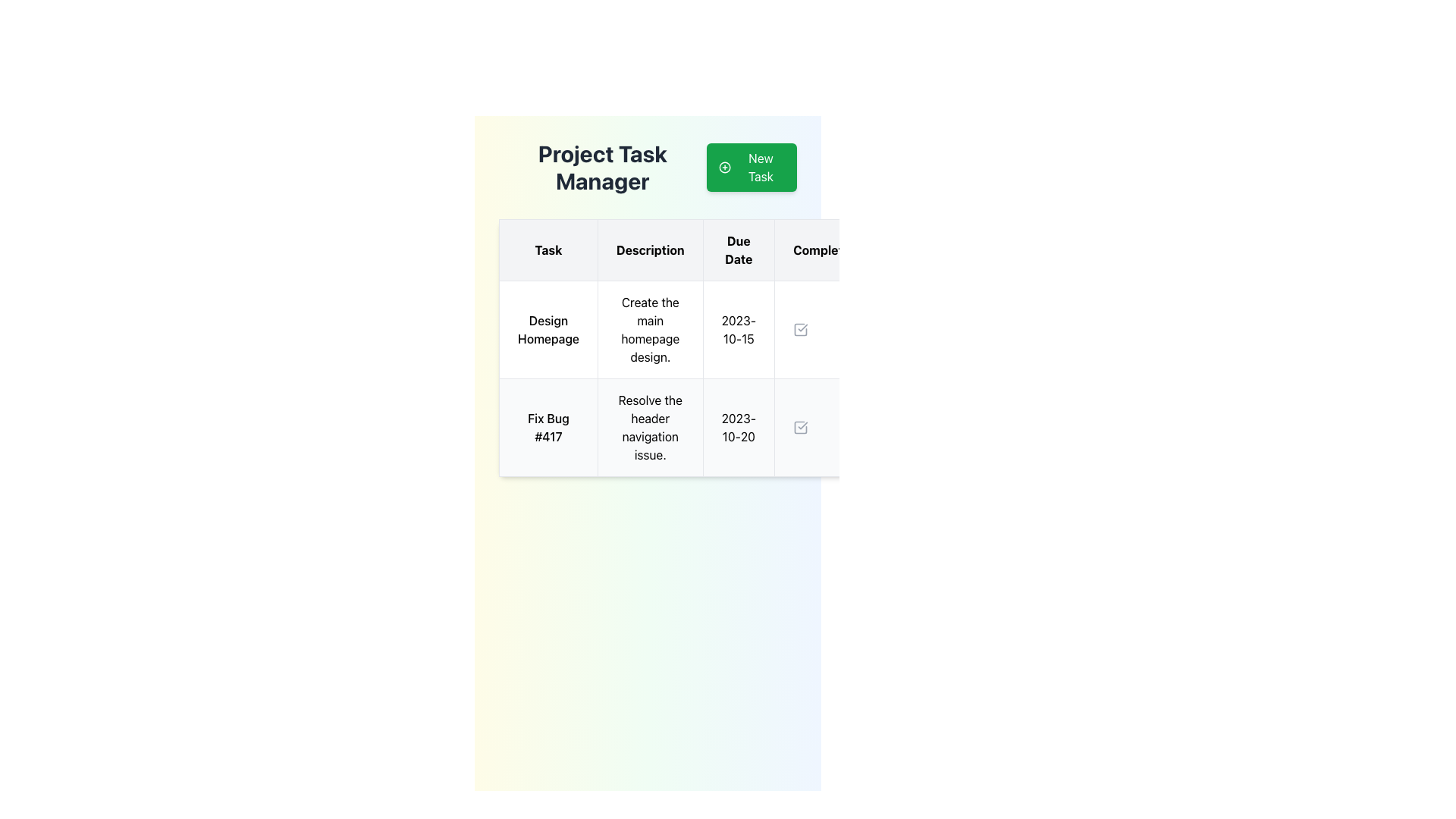 This screenshot has height=819, width=1456. Describe the element at coordinates (800, 329) in the screenshot. I see `the checkbox located in the 'Complete' column for the task 'Design Homepage'` at that location.